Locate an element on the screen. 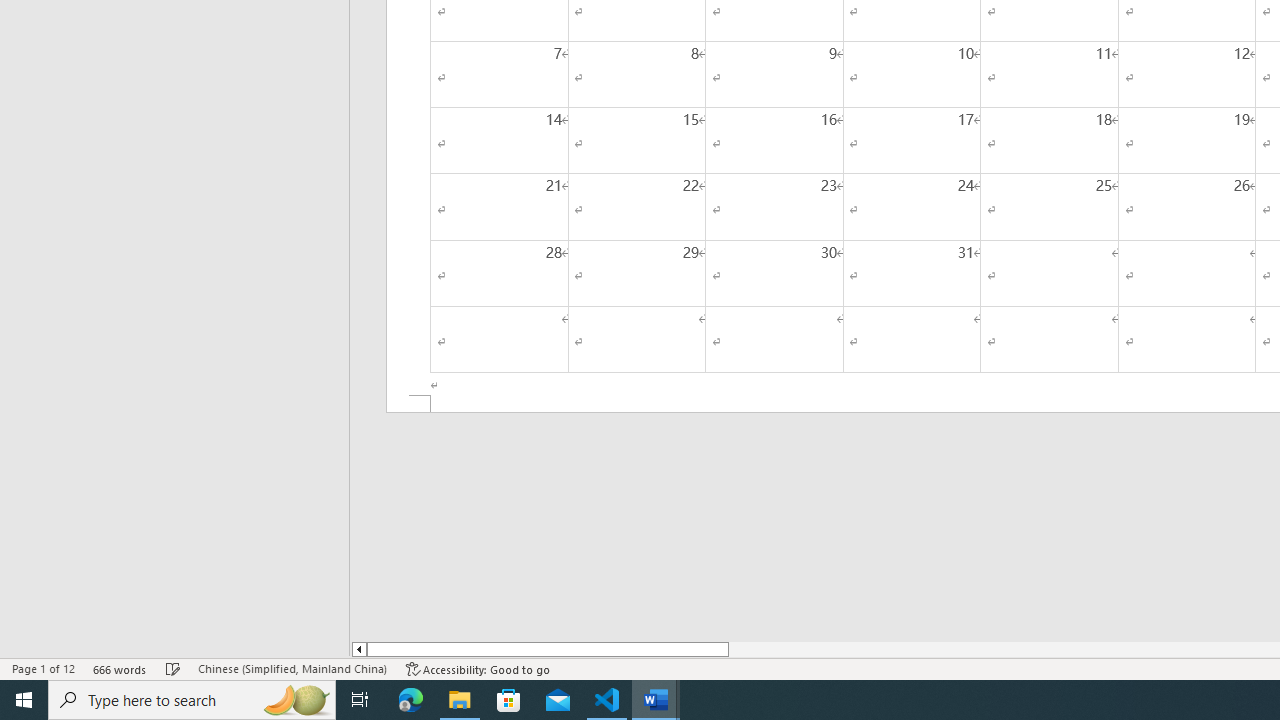 The image size is (1280, 720). 'Spelling and Grammar Check Checking' is located at coordinates (173, 669).